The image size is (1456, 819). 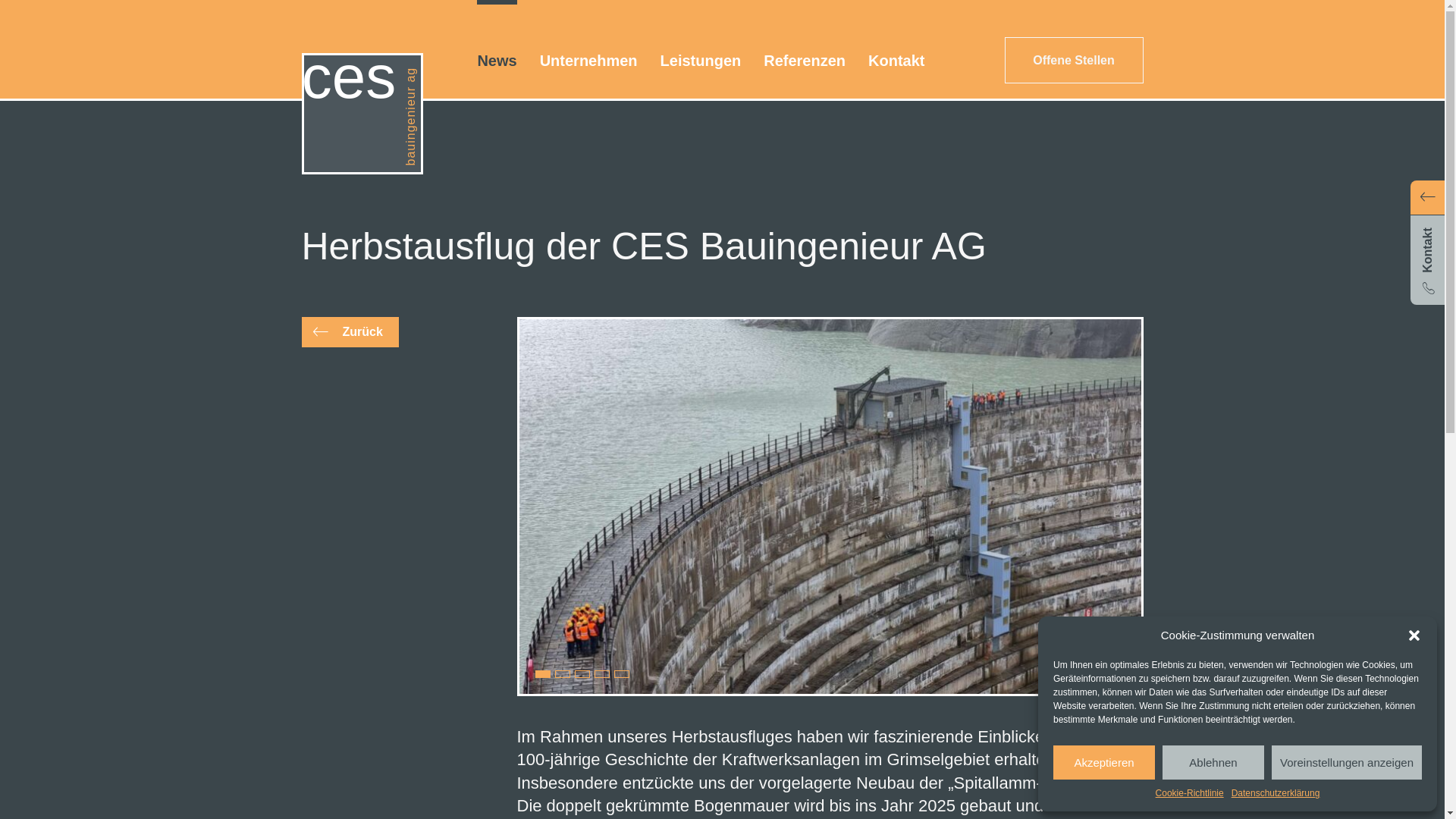 What do you see at coordinates (1212, 762) in the screenshot?
I see `'Ablehnen'` at bounding box center [1212, 762].